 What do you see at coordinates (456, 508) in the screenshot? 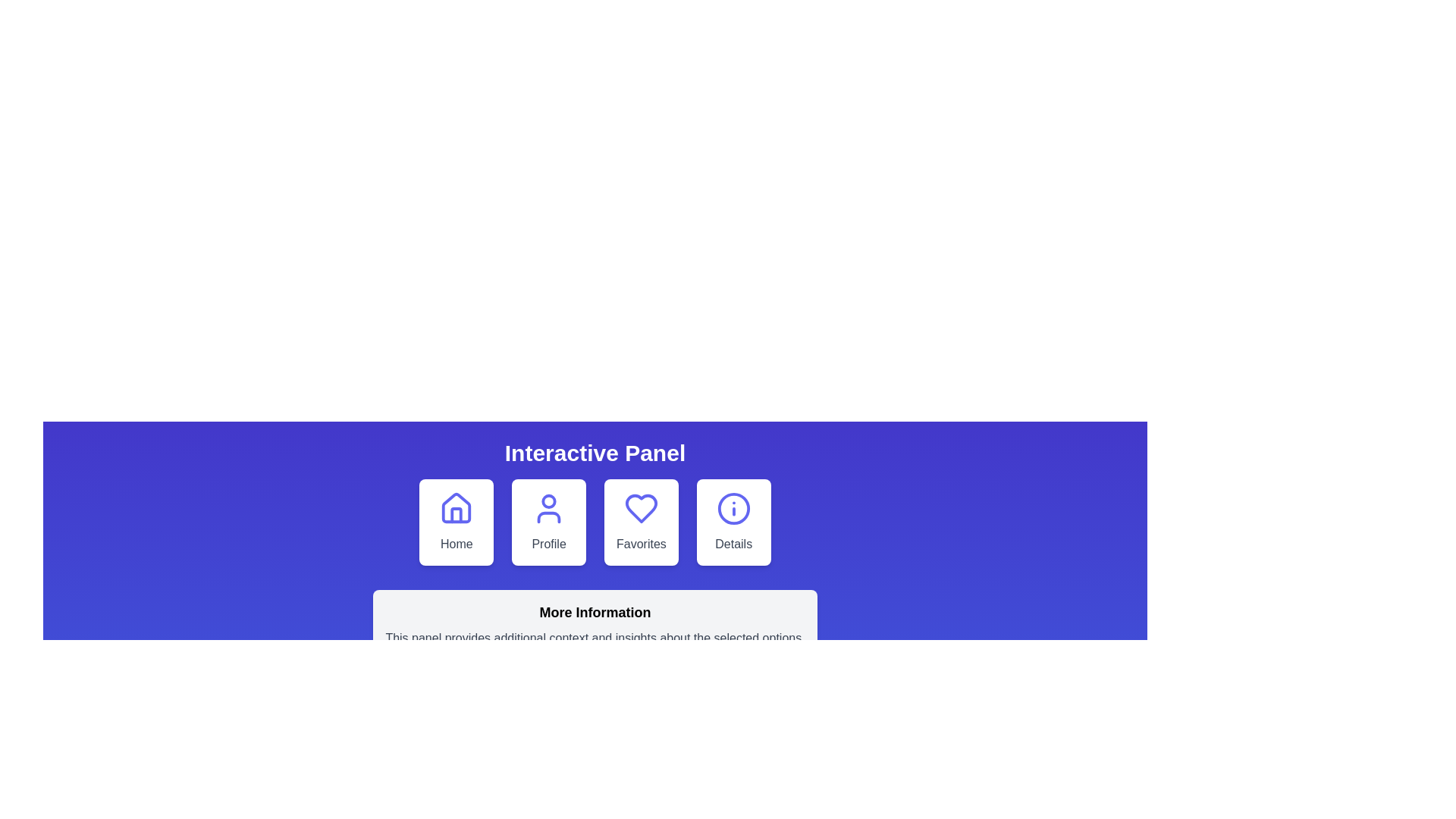
I see `the 'Home' icon in the interactive panel, which is the first option in the horizontally aligned menu of buttons below the title 'Interactive Panel.'` at bounding box center [456, 508].